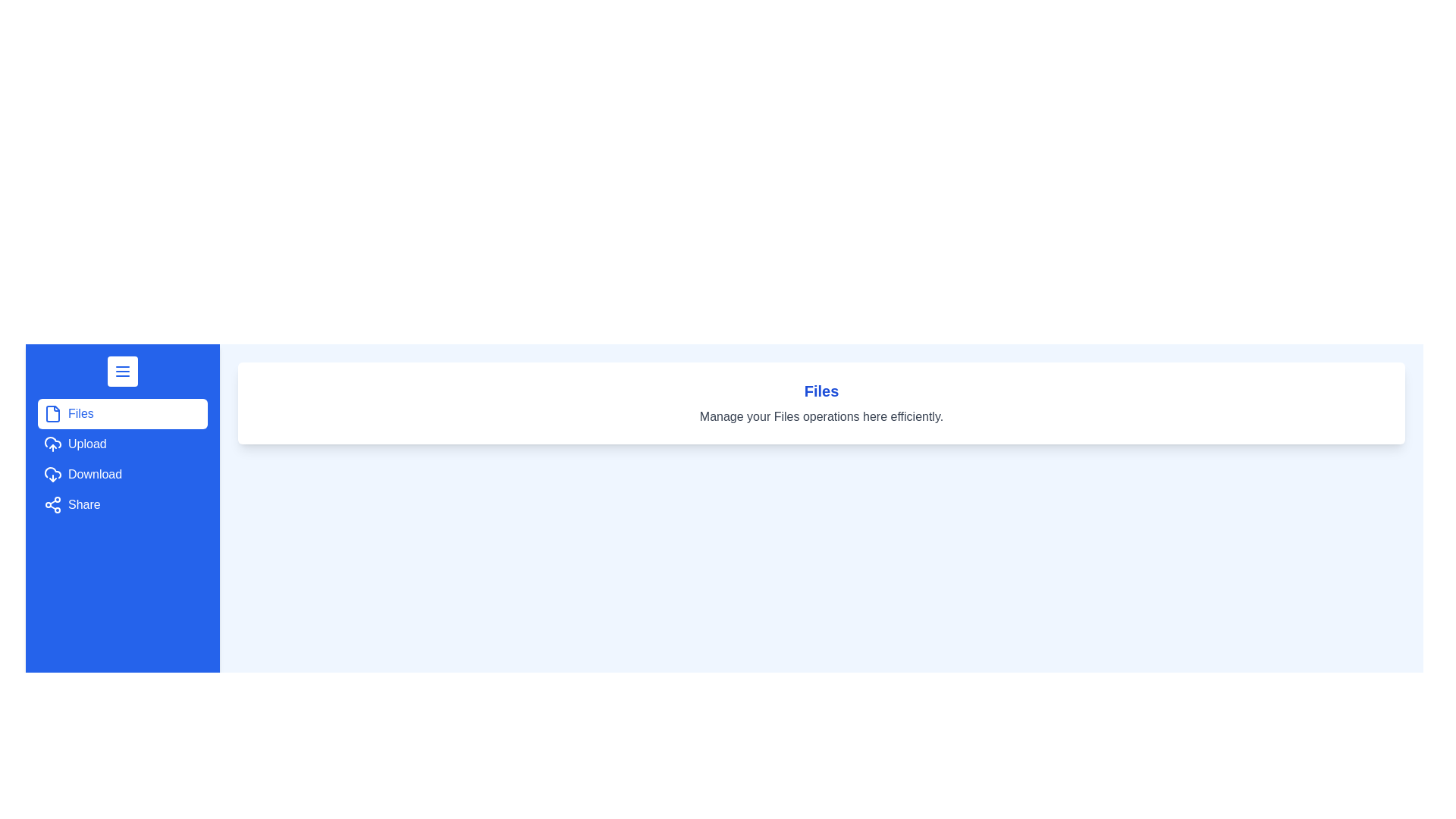  Describe the element at coordinates (123, 414) in the screenshot. I see `the menu option Files from the drawer` at that location.